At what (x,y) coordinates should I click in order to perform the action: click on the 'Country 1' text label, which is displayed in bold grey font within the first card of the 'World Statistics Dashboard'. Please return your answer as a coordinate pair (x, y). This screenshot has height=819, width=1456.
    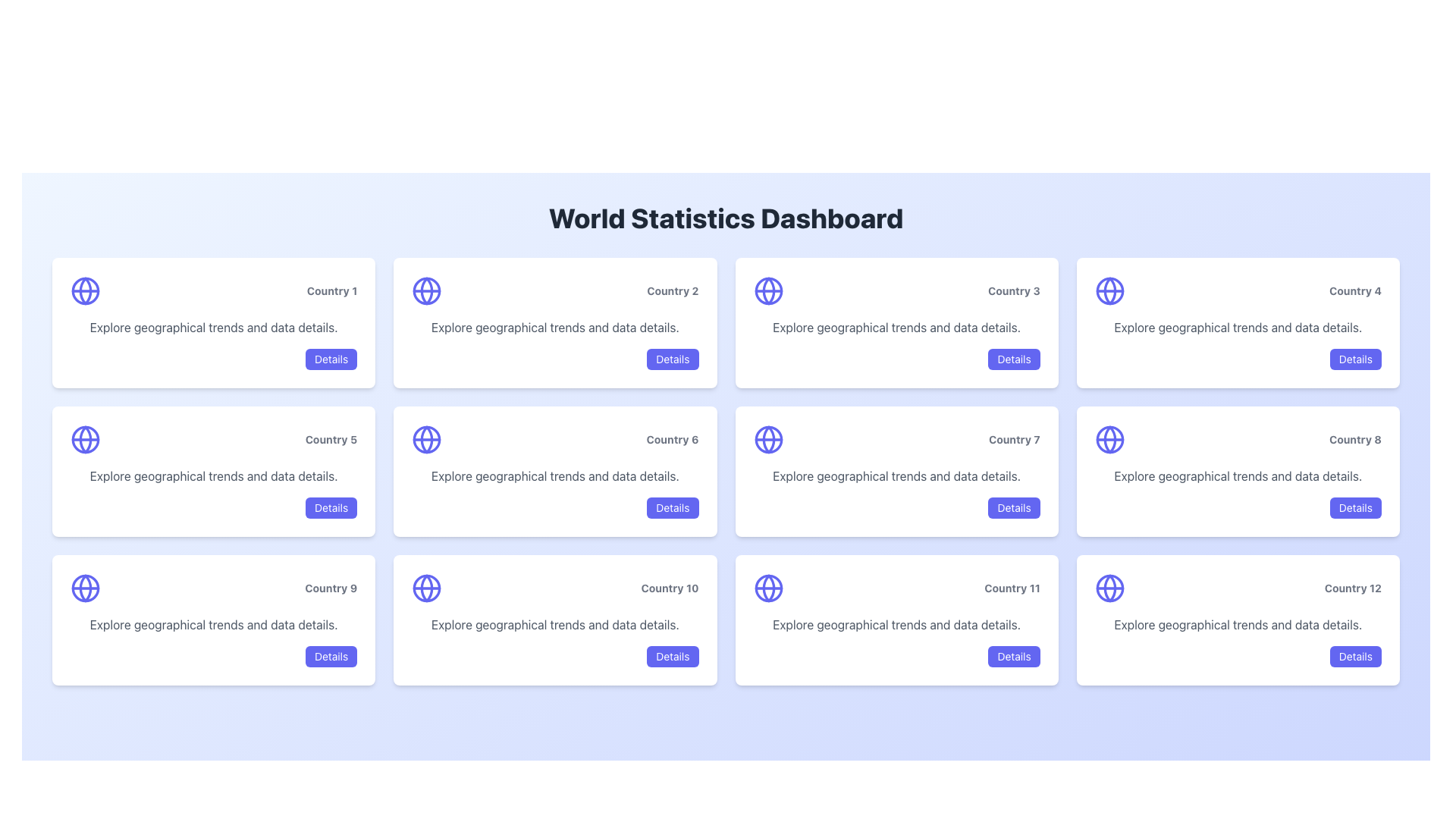
    Looking at the image, I should click on (331, 291).